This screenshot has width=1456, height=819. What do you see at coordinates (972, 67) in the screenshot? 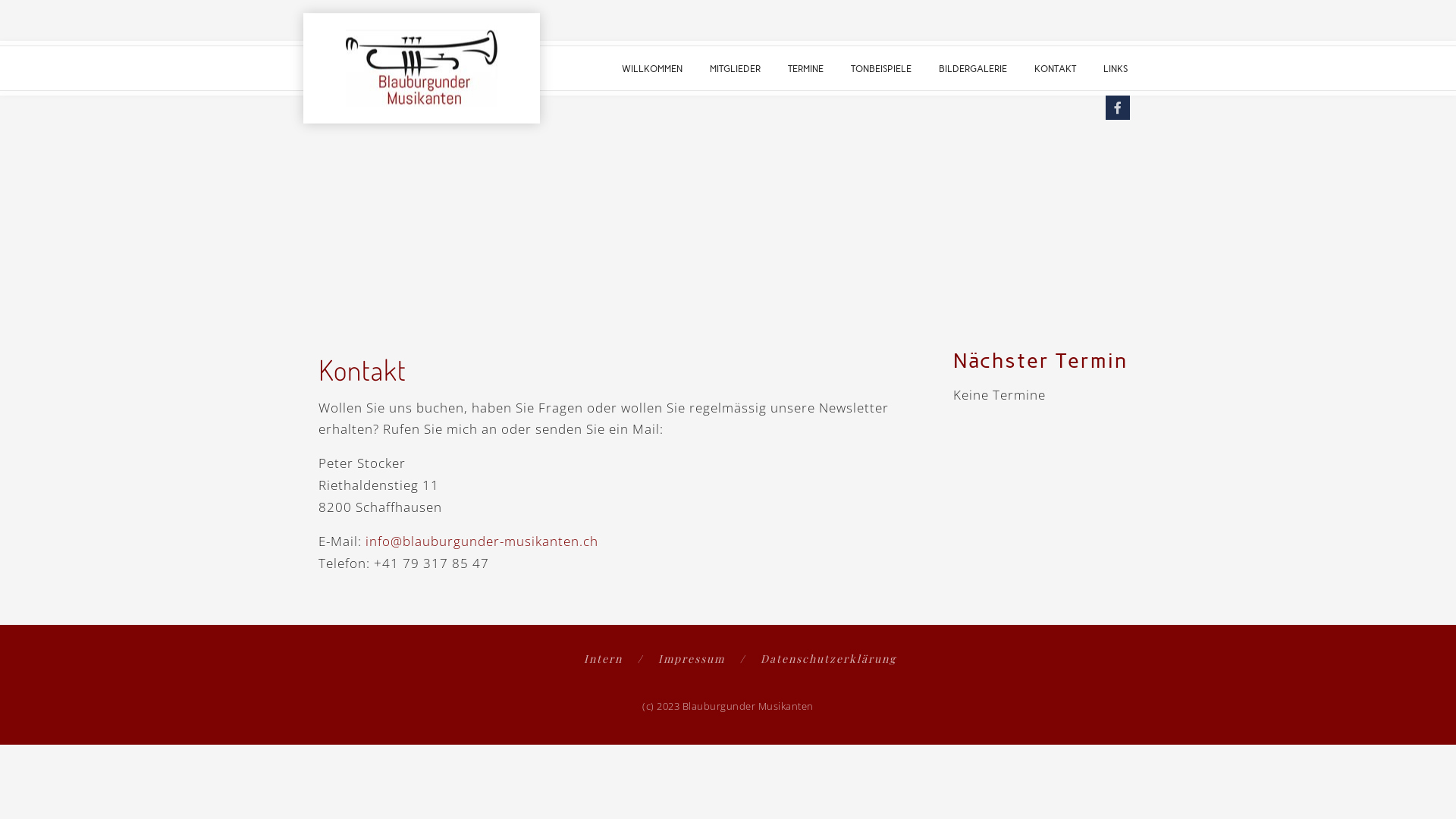
I see `'BILDERGALERIE'` at bounding box center [972, 67].